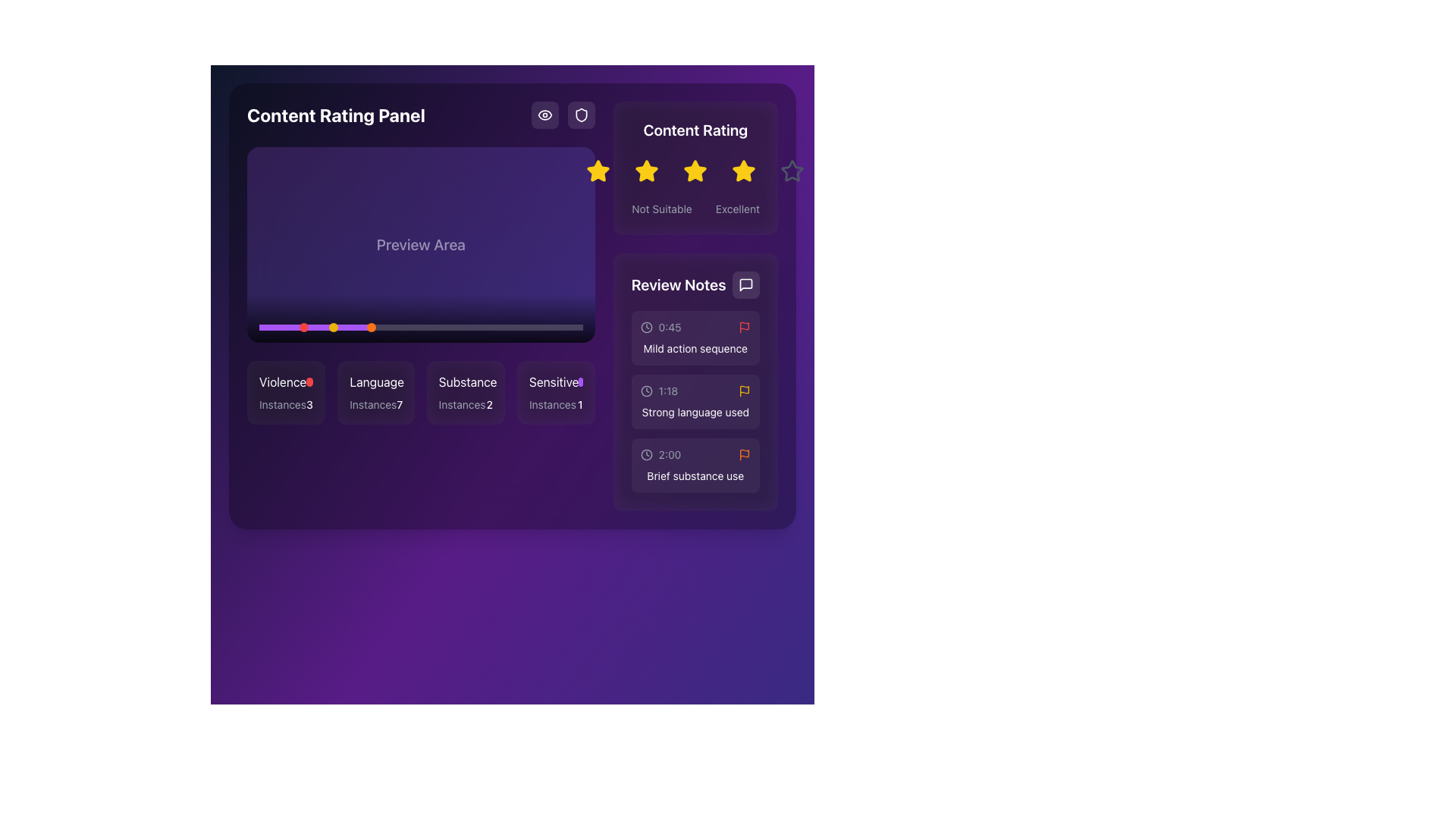 This screenshot has width=1456, height=819. I want to click on the third star icon in the row of five star icons to rate it, so click(695, 171).